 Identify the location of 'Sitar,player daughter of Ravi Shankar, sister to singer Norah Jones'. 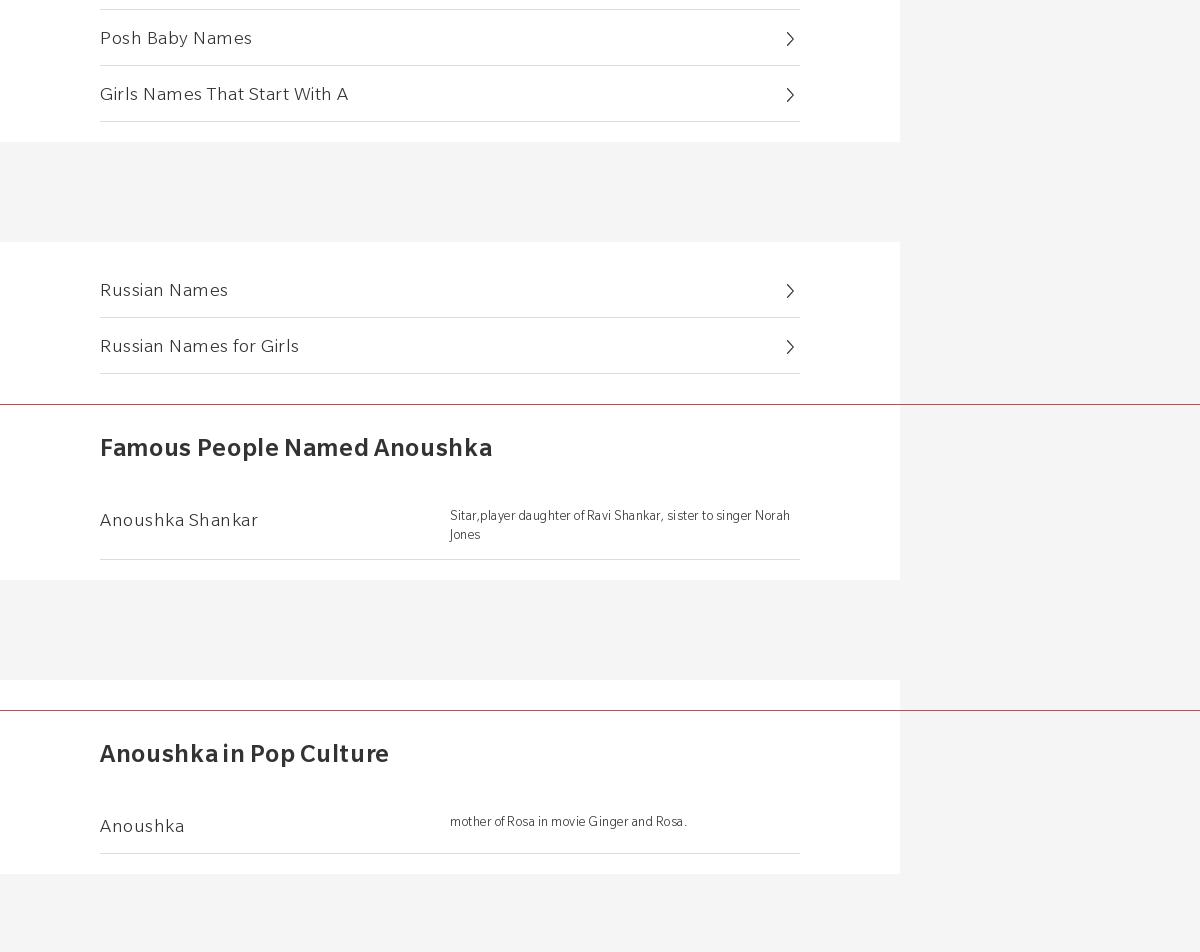
(620, 524).